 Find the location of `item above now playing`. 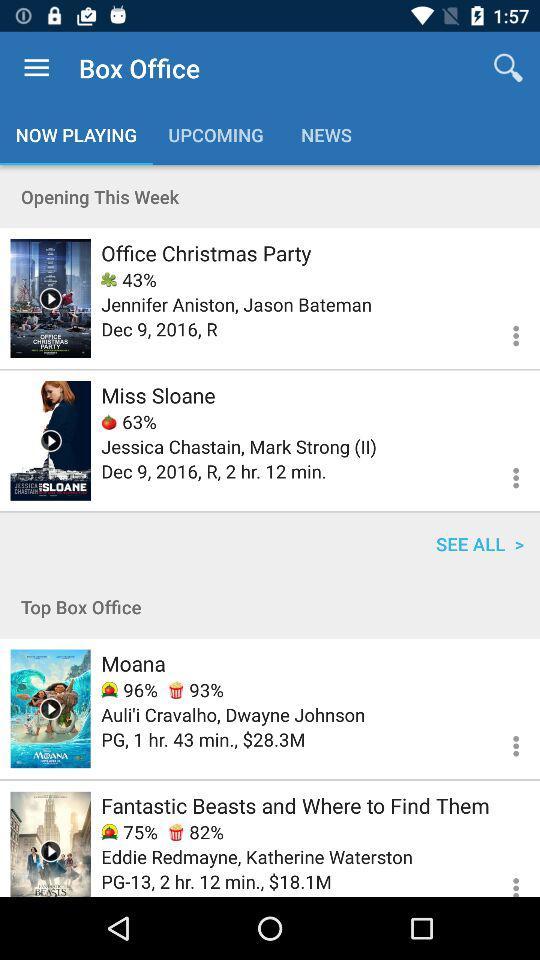

item above now playing is located at coordinates (36, 68).